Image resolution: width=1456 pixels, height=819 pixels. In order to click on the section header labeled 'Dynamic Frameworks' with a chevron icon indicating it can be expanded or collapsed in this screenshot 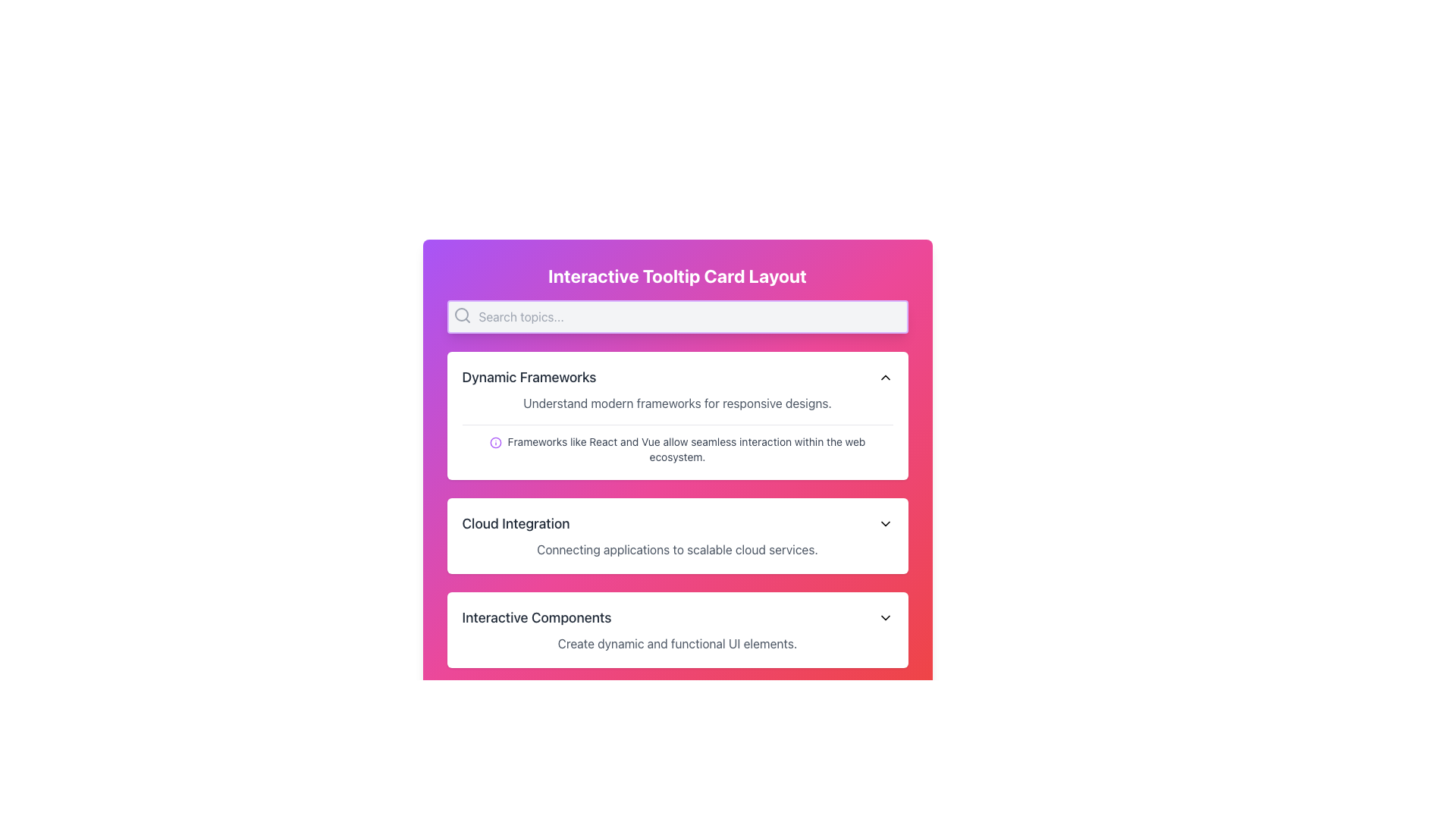, I will do `click(676, 376)`.